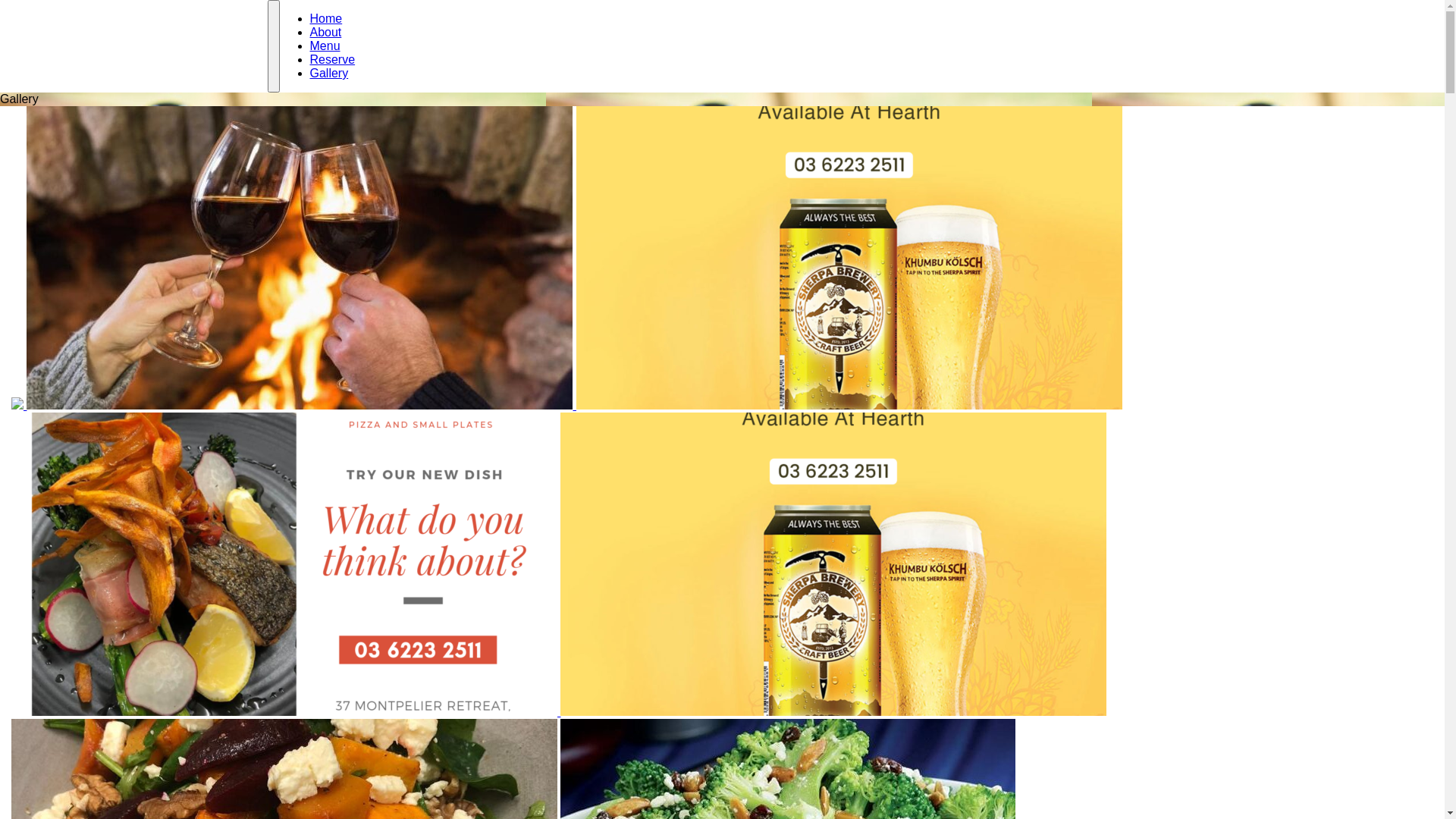 The image size is (1456, 819). What do you see at coordinates (324, 32) in the screenshot?
I see `'About'` at bounding box center [324, 32].